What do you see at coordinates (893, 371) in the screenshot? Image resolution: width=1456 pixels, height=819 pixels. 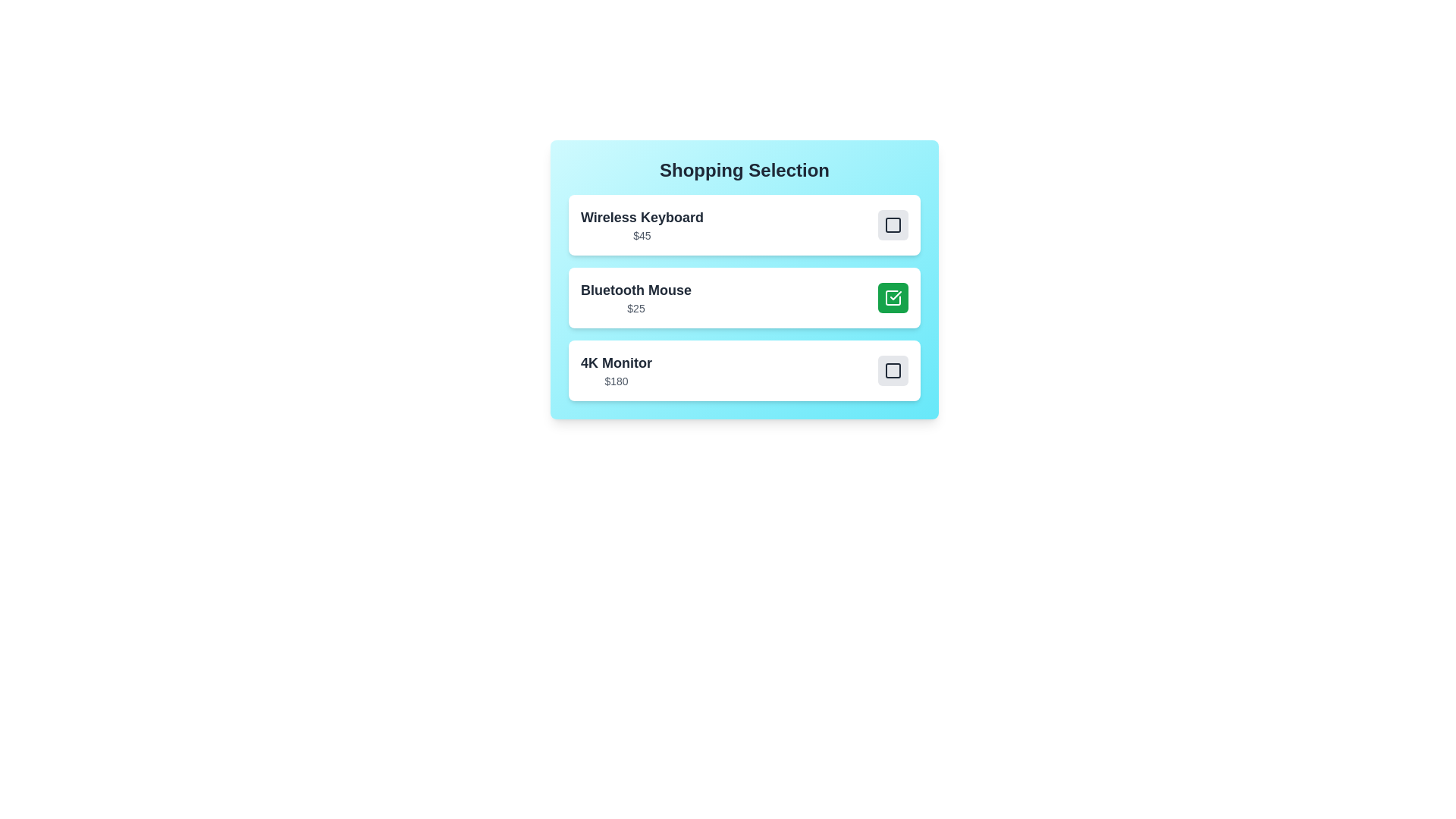 I see `the checkbox in the bottom right corner of the '4K Monitor' entry` at bounding box center [893, 371].